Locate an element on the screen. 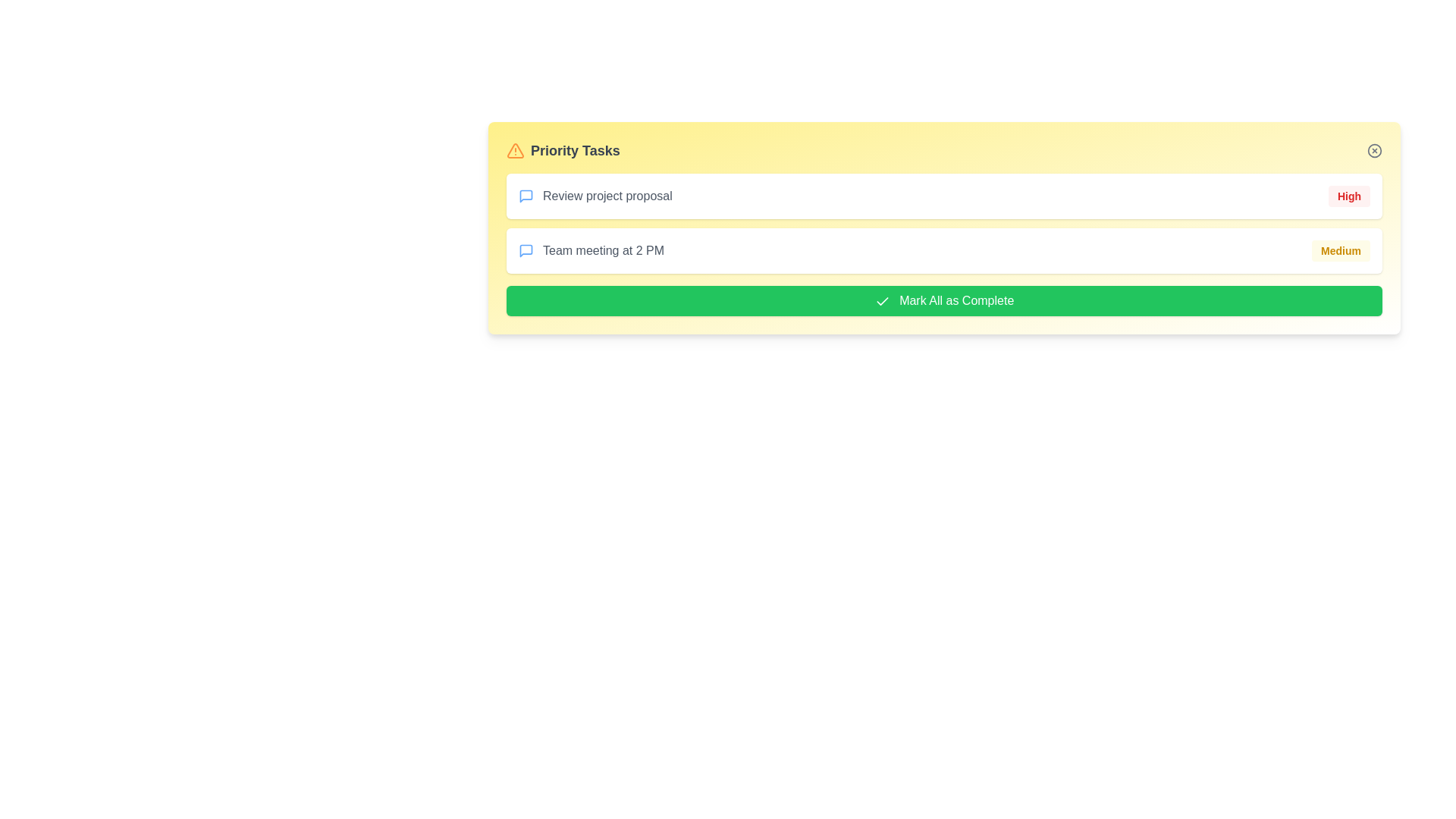  the close button to dismiss the alert is located at coordinates (1375, 151).